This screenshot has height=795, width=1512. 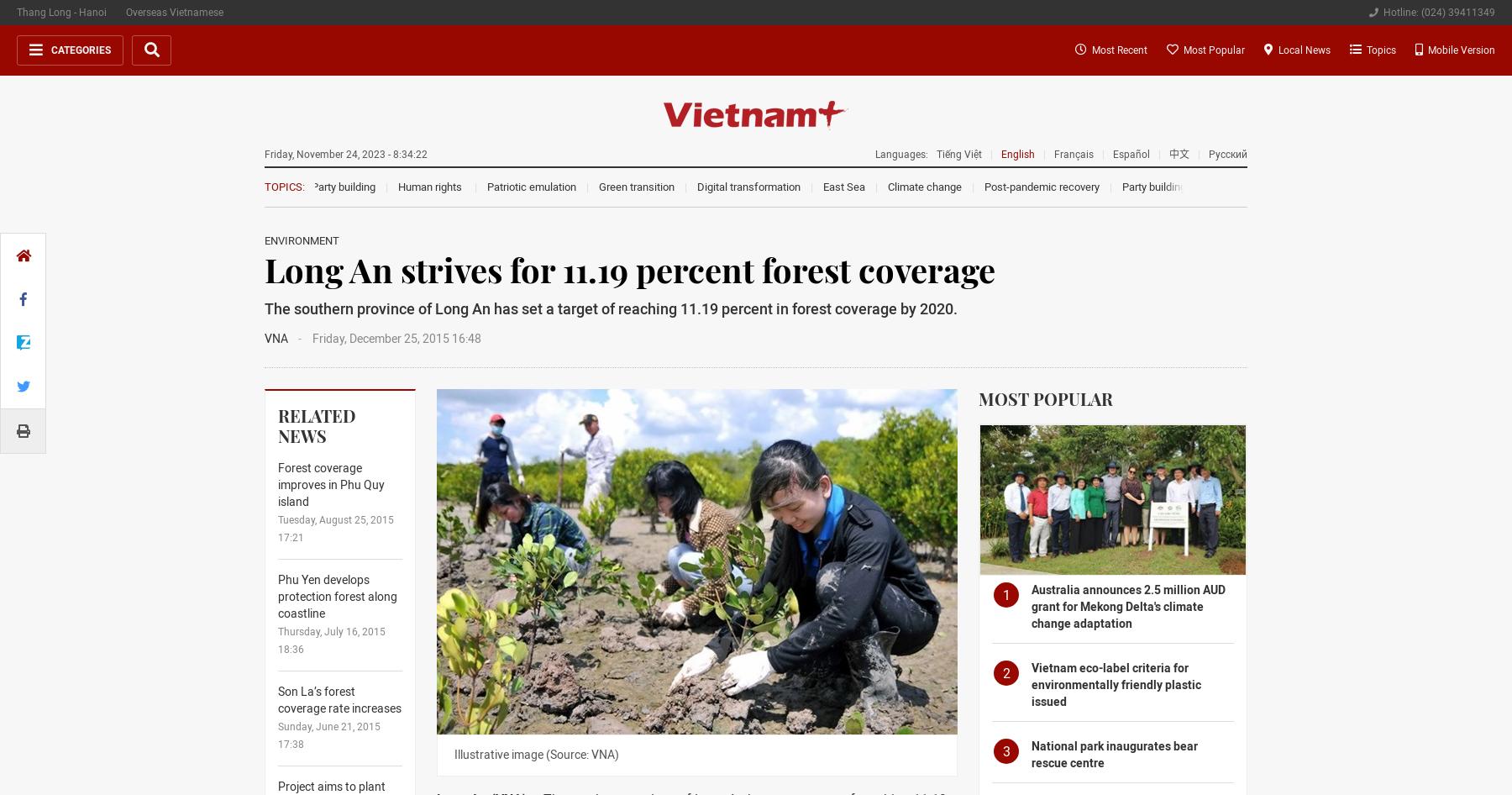 What do you see at coordinates (317, 424) in the screenshot?
I see `'Related News'` at bounding box center [317, 424].